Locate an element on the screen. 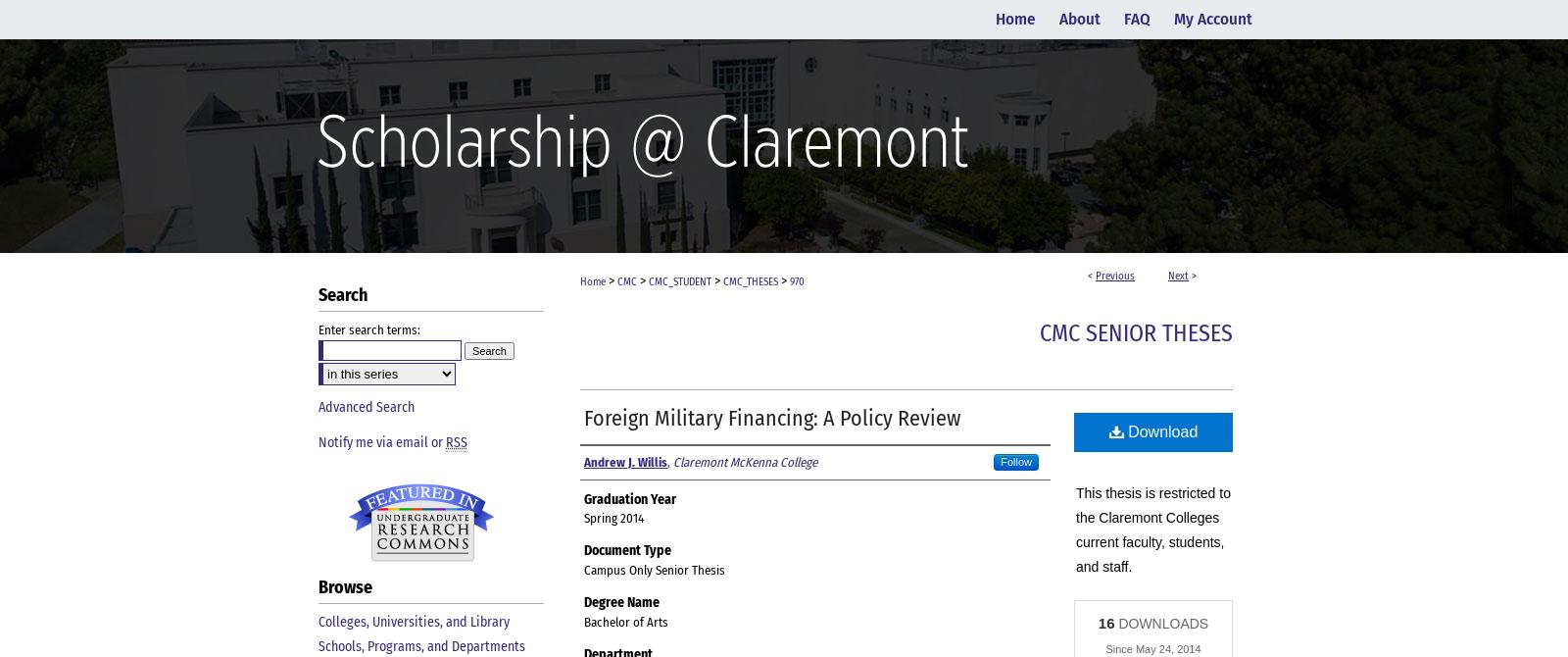  'Search' is located at coordinates (343, 294).